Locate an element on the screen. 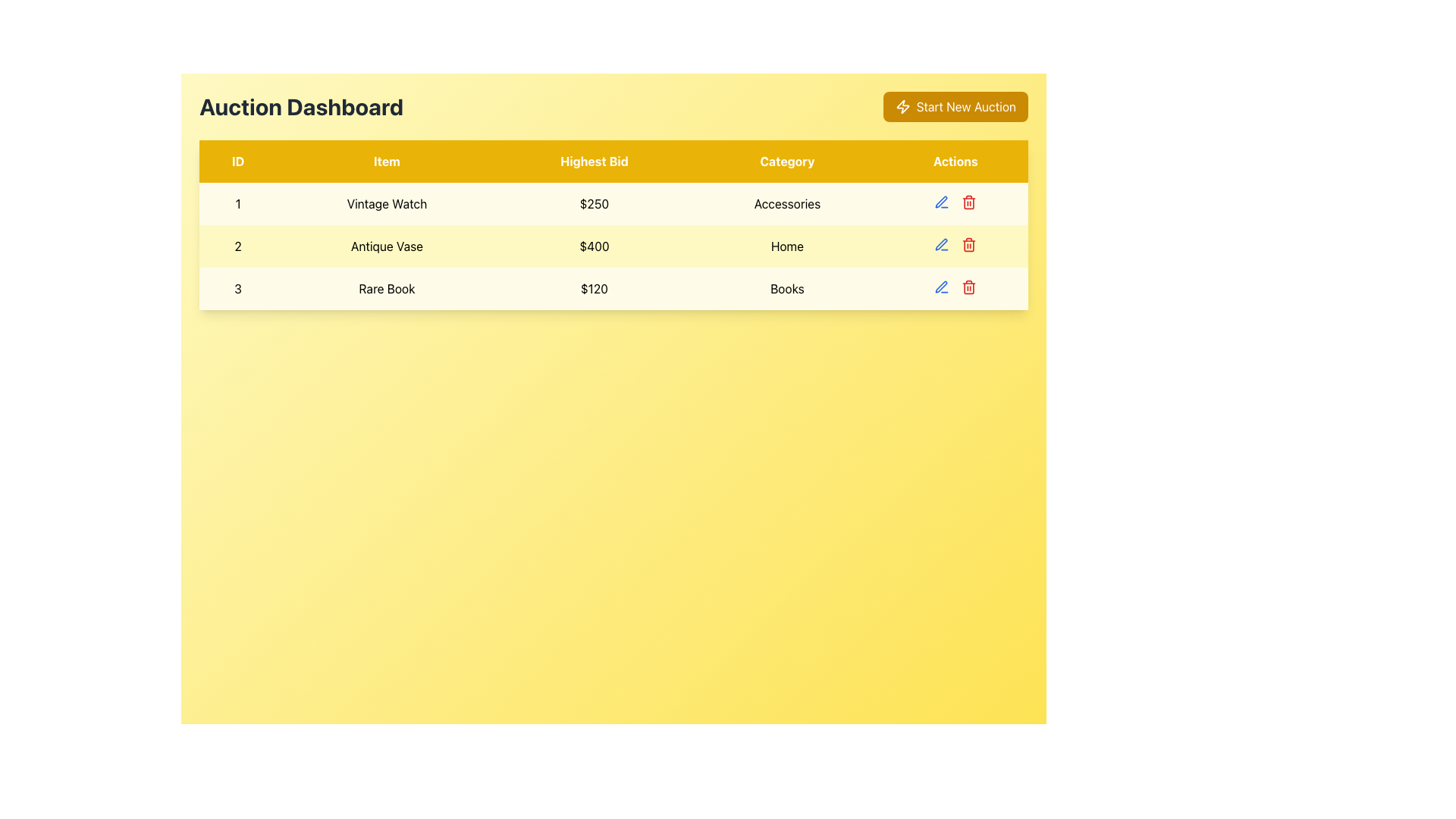  the red trash bin icon in the 'Actions' column of the table row for 'Antique Vase' is located at coordinates (968, 244).